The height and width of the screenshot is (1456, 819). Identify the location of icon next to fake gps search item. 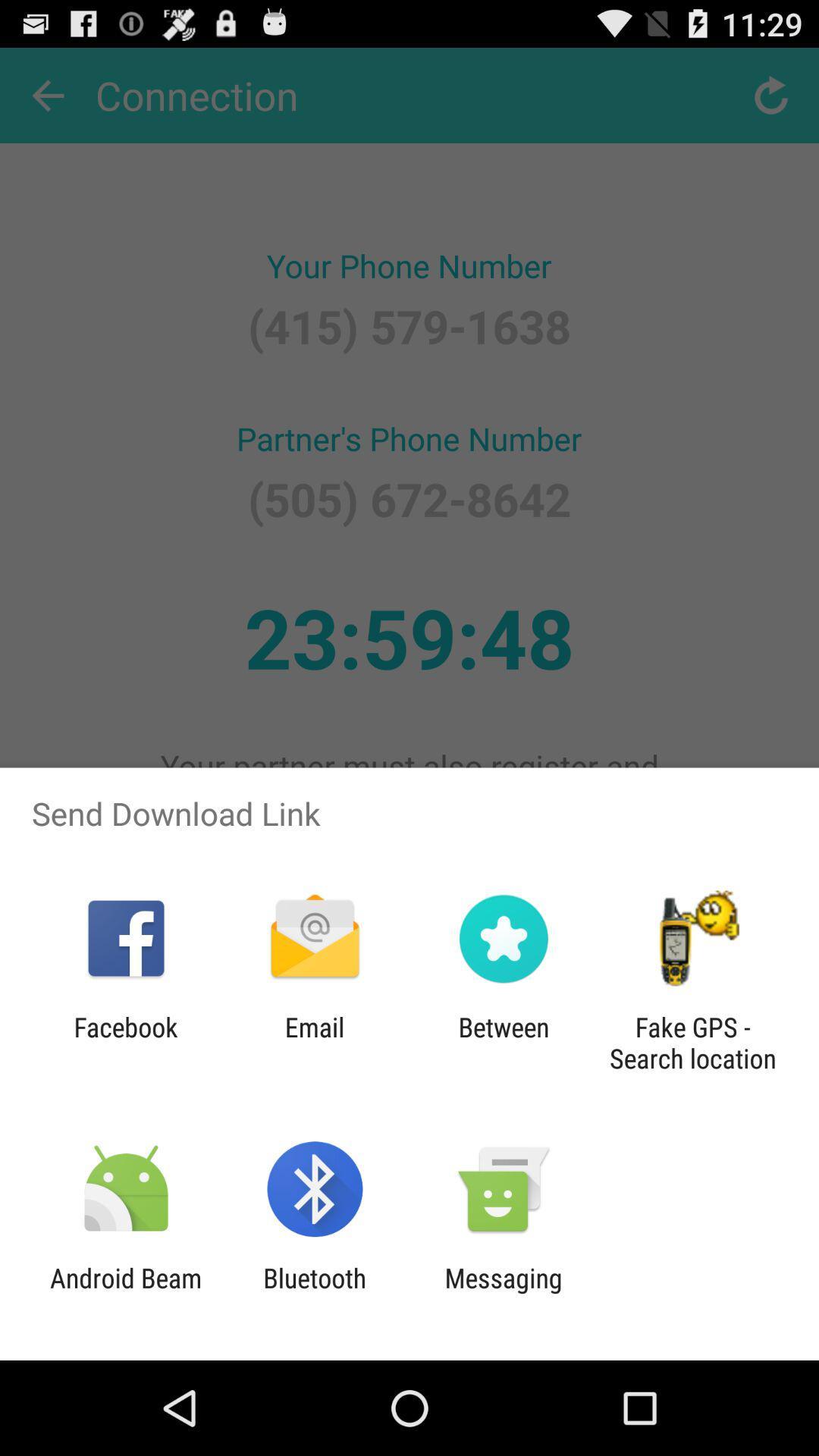
(504, 1042).